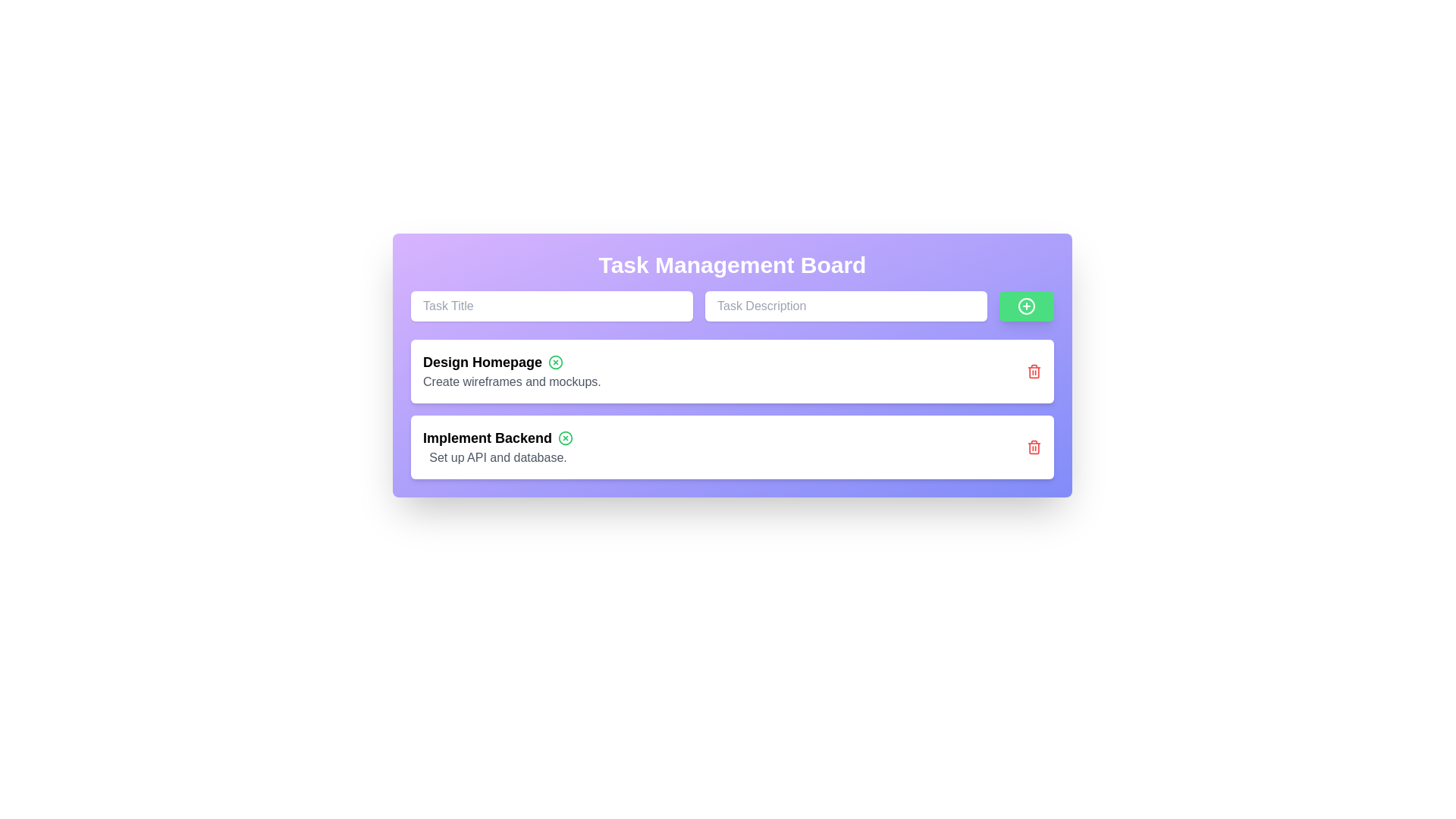  Describe the element at coordinates (565, 438) in the screenshot. I see `the completion icon located in the second list item titled 'Implement Backend'` at that location.